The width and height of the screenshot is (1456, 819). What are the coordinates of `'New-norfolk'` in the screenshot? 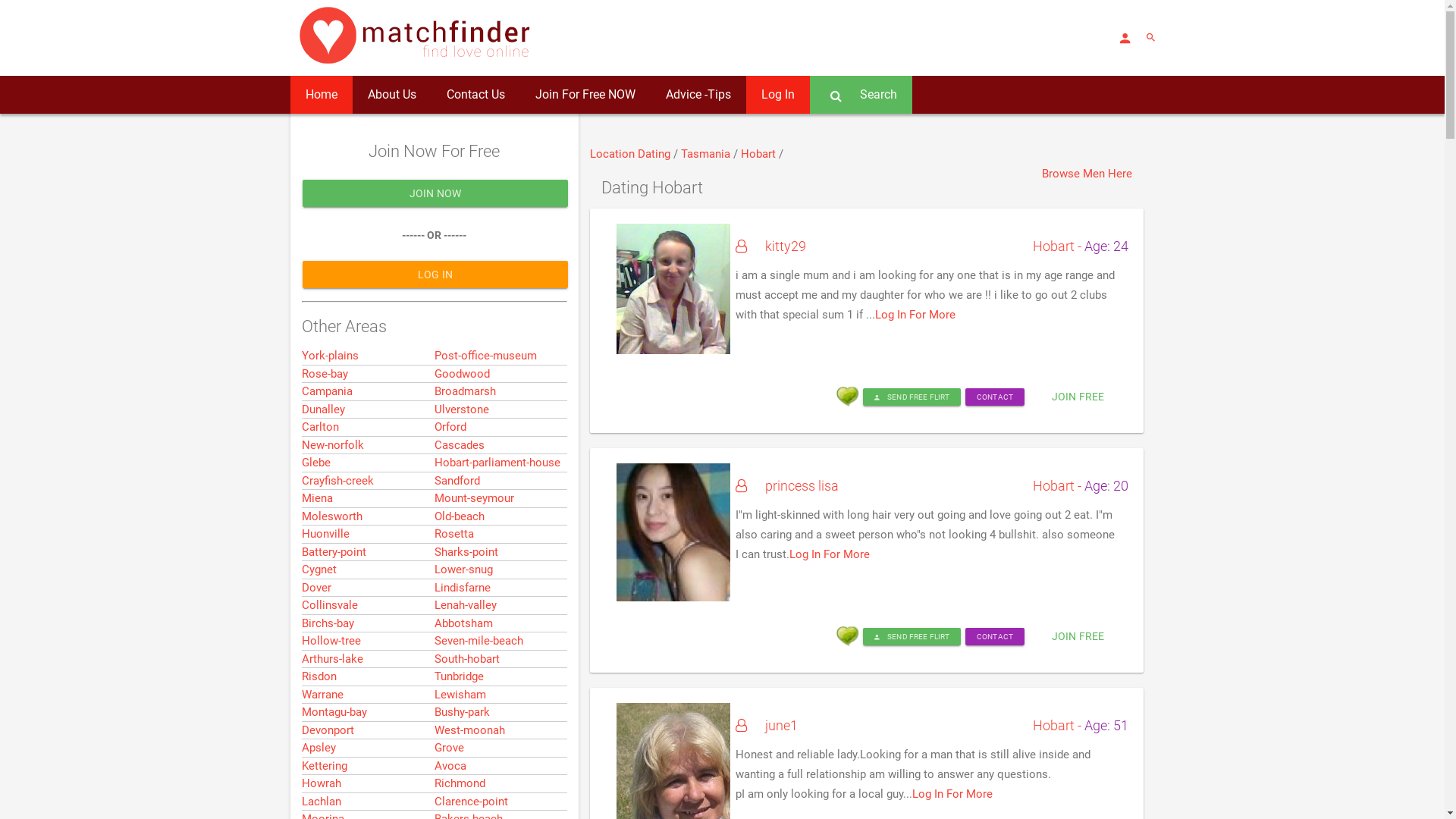 It's located at (331, 444).